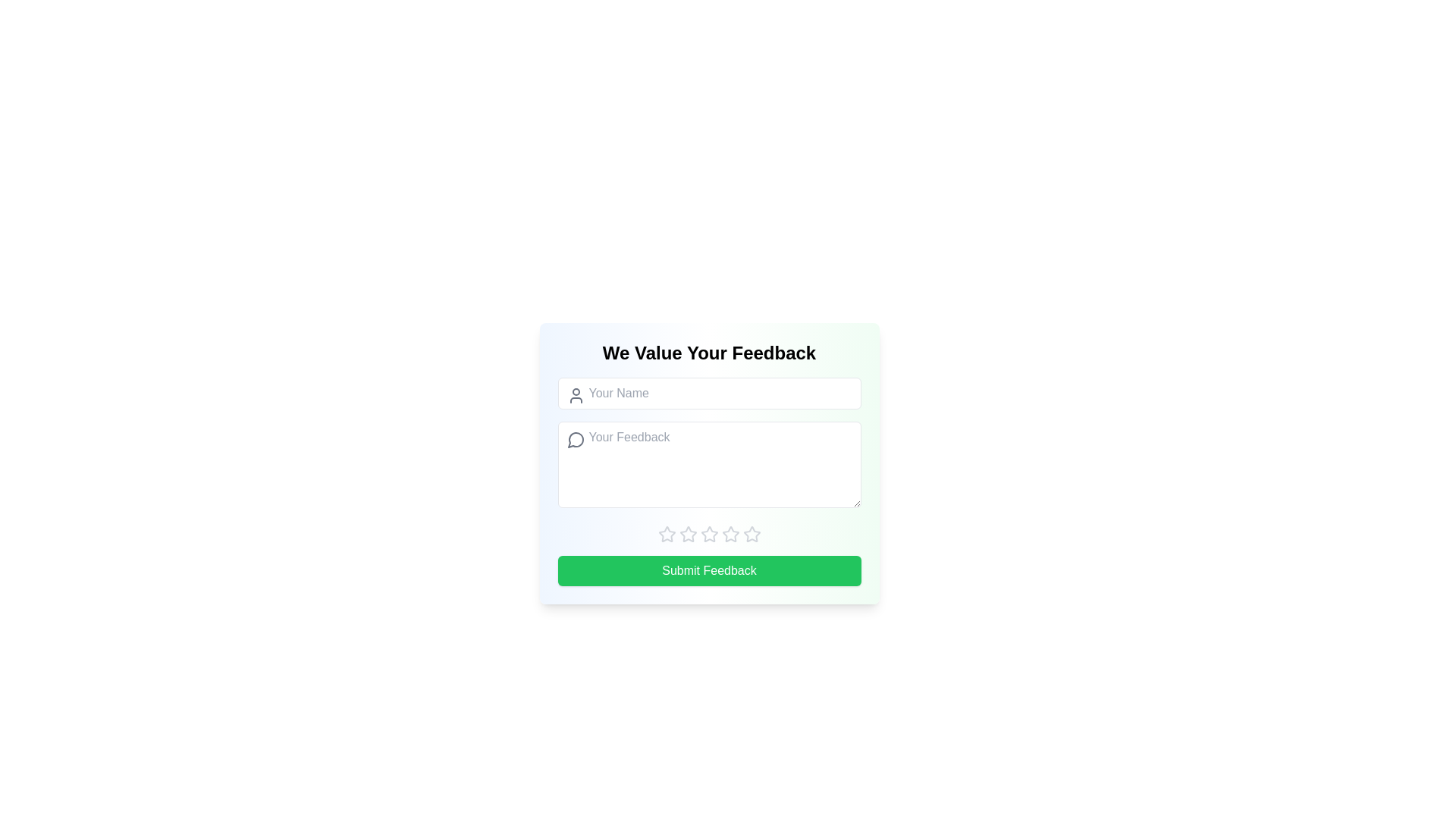 The image size is (1456, 819). What do you see at coordinates (575, 394) in the screenshot?
I see `the user icon, which is a minimalistic gray outline of a person's head and shoulders located on the left side of the 'Your Name' input field under the 'We Value Your Feedback' heading` at bounding box center [575, 394].